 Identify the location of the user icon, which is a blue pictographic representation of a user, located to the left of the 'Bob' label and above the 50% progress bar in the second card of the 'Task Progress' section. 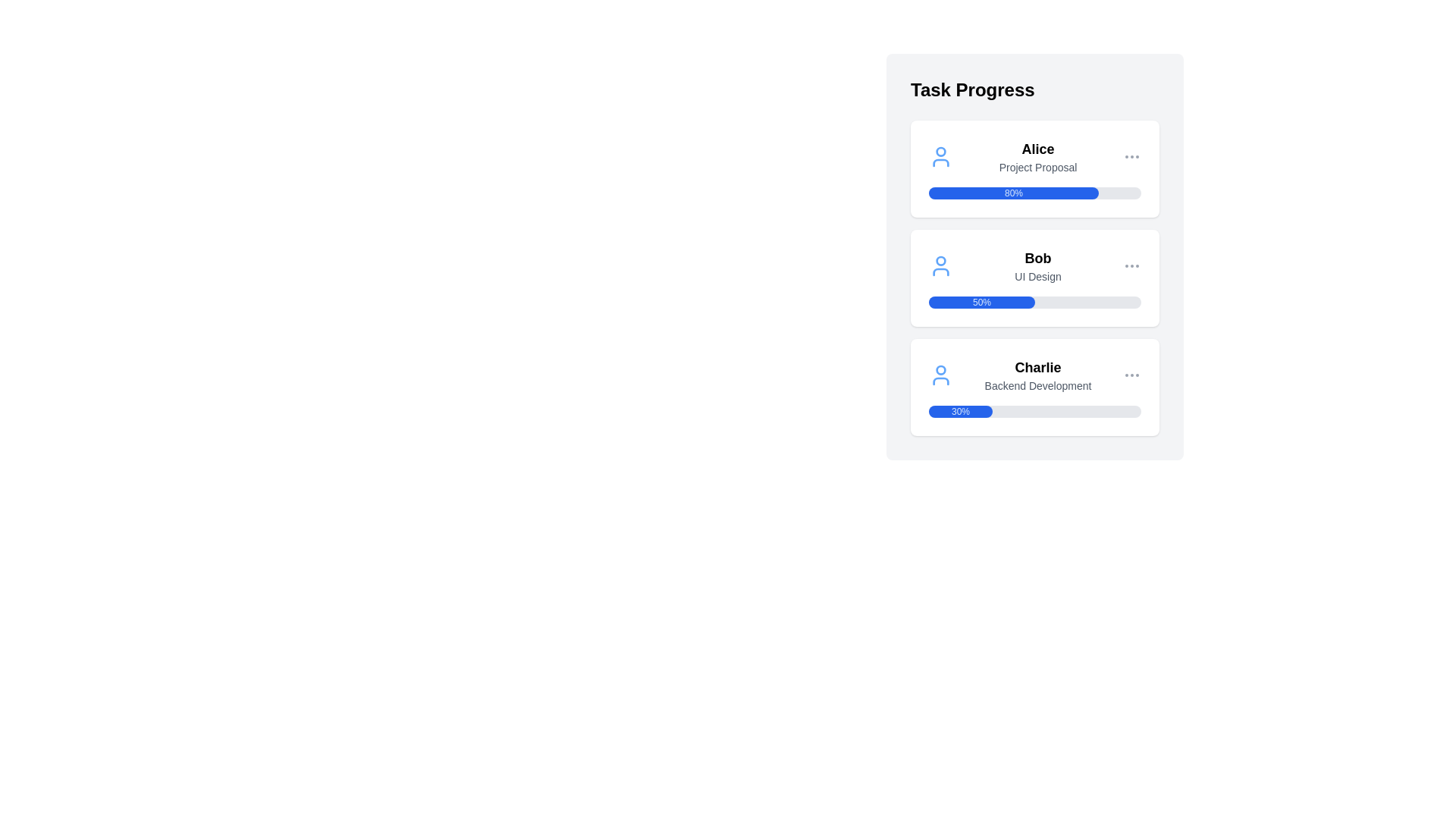
(940, 265).